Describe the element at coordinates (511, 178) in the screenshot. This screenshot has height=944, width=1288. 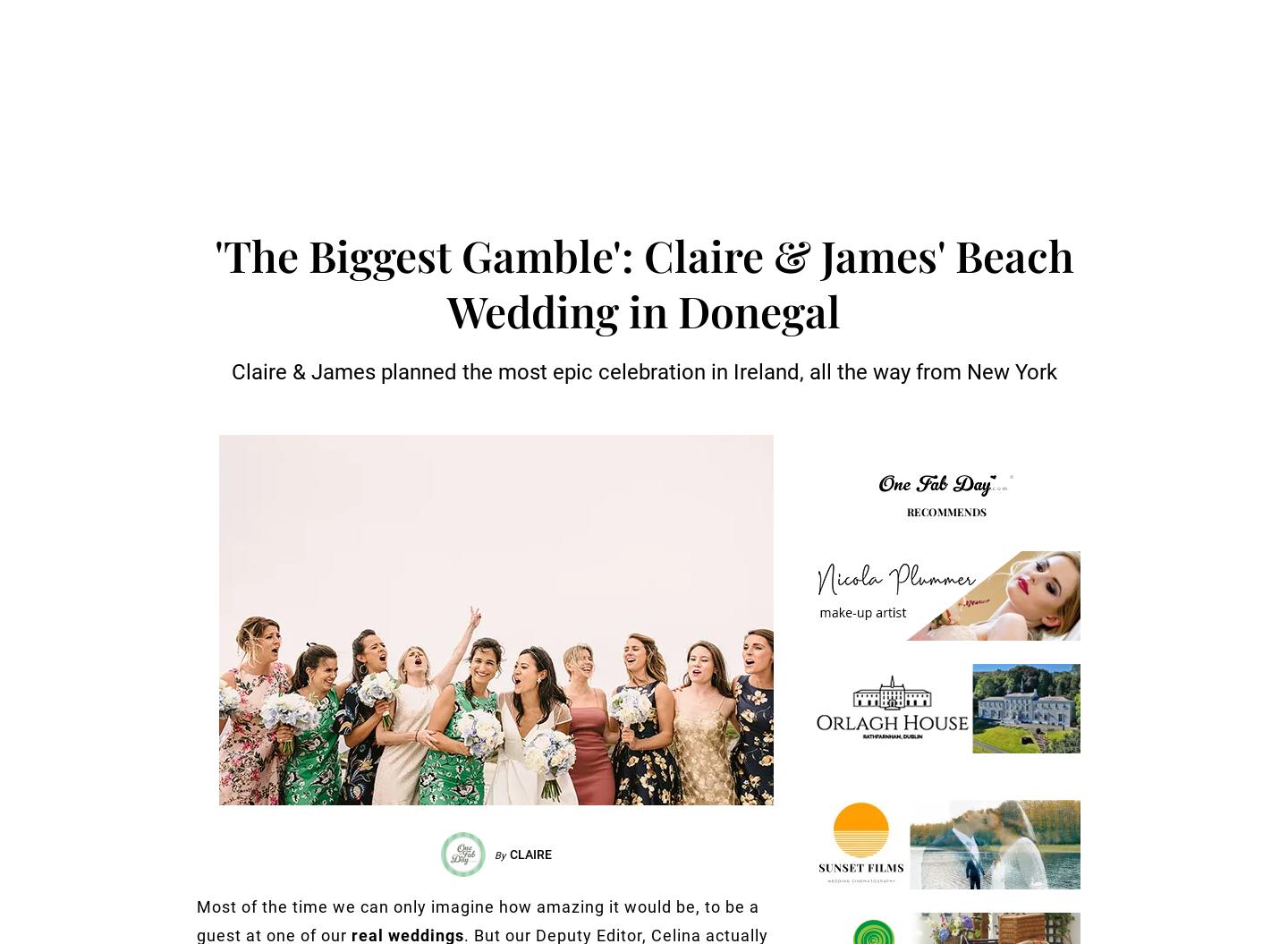
I see `'Mother of the Bride'` at that location.